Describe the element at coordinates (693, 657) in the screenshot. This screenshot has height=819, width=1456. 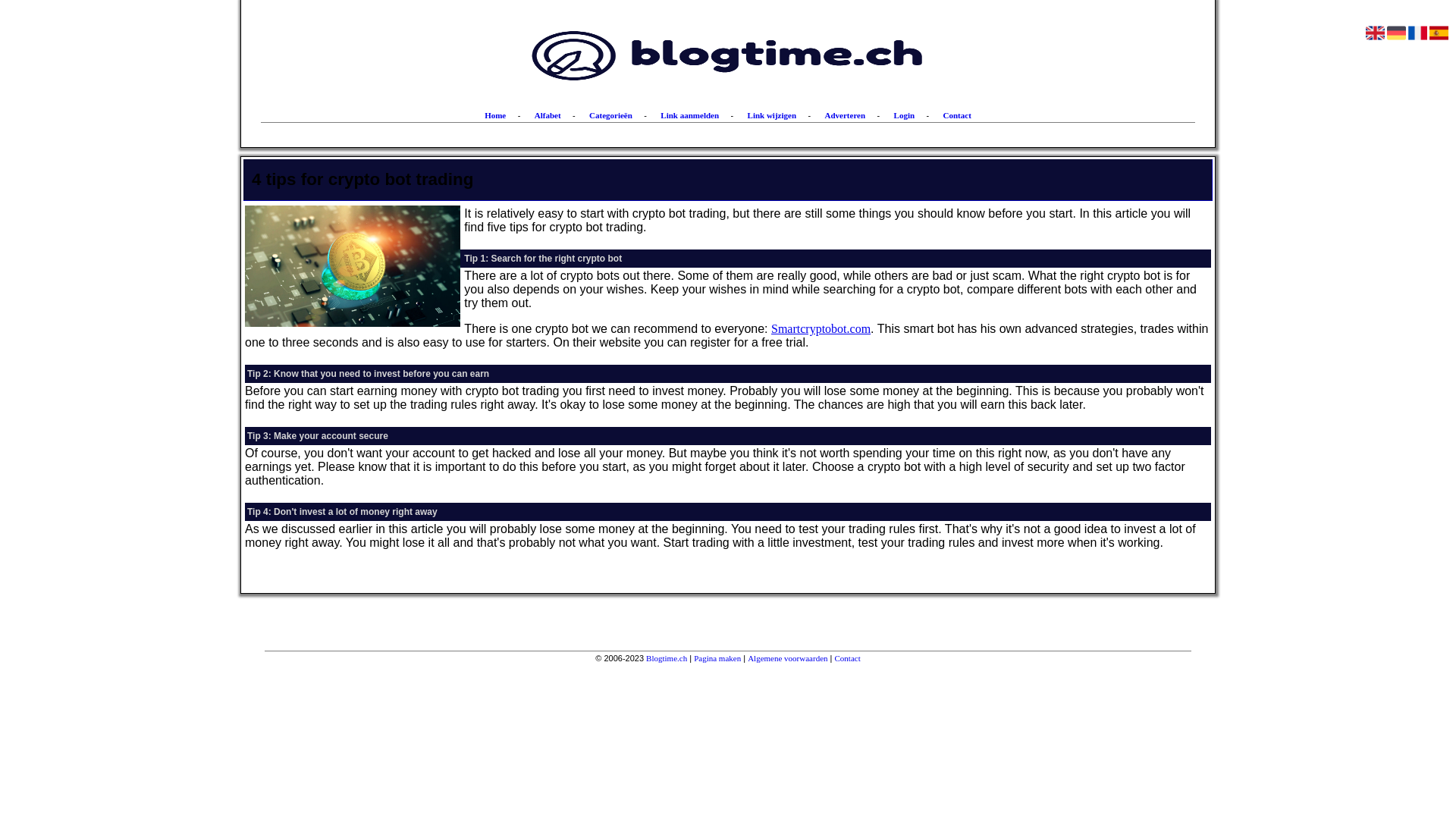
I see `'Pagina maken'` at that location.